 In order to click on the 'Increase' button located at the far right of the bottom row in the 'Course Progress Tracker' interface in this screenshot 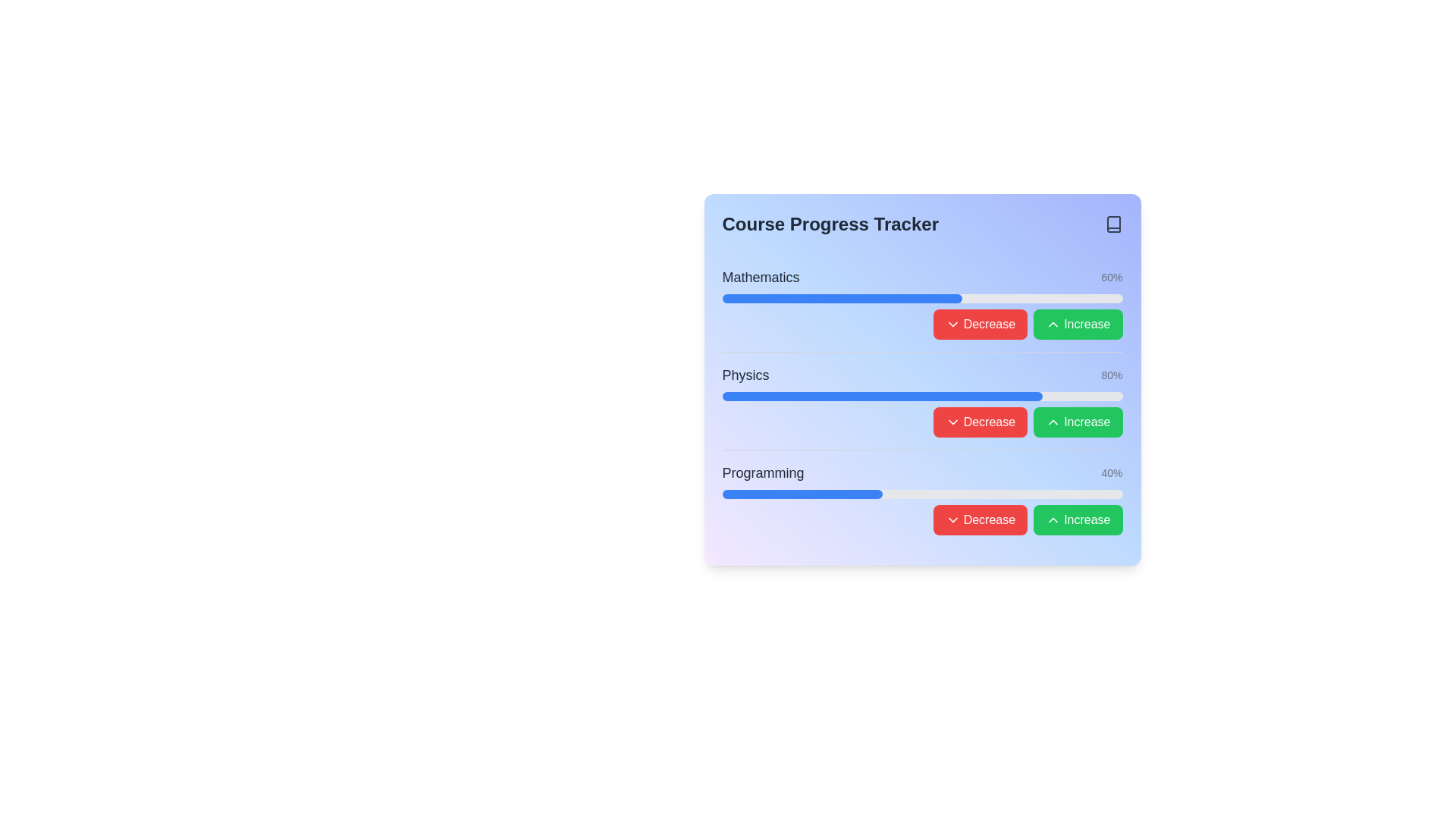, I will do `click(1077, 519)`.